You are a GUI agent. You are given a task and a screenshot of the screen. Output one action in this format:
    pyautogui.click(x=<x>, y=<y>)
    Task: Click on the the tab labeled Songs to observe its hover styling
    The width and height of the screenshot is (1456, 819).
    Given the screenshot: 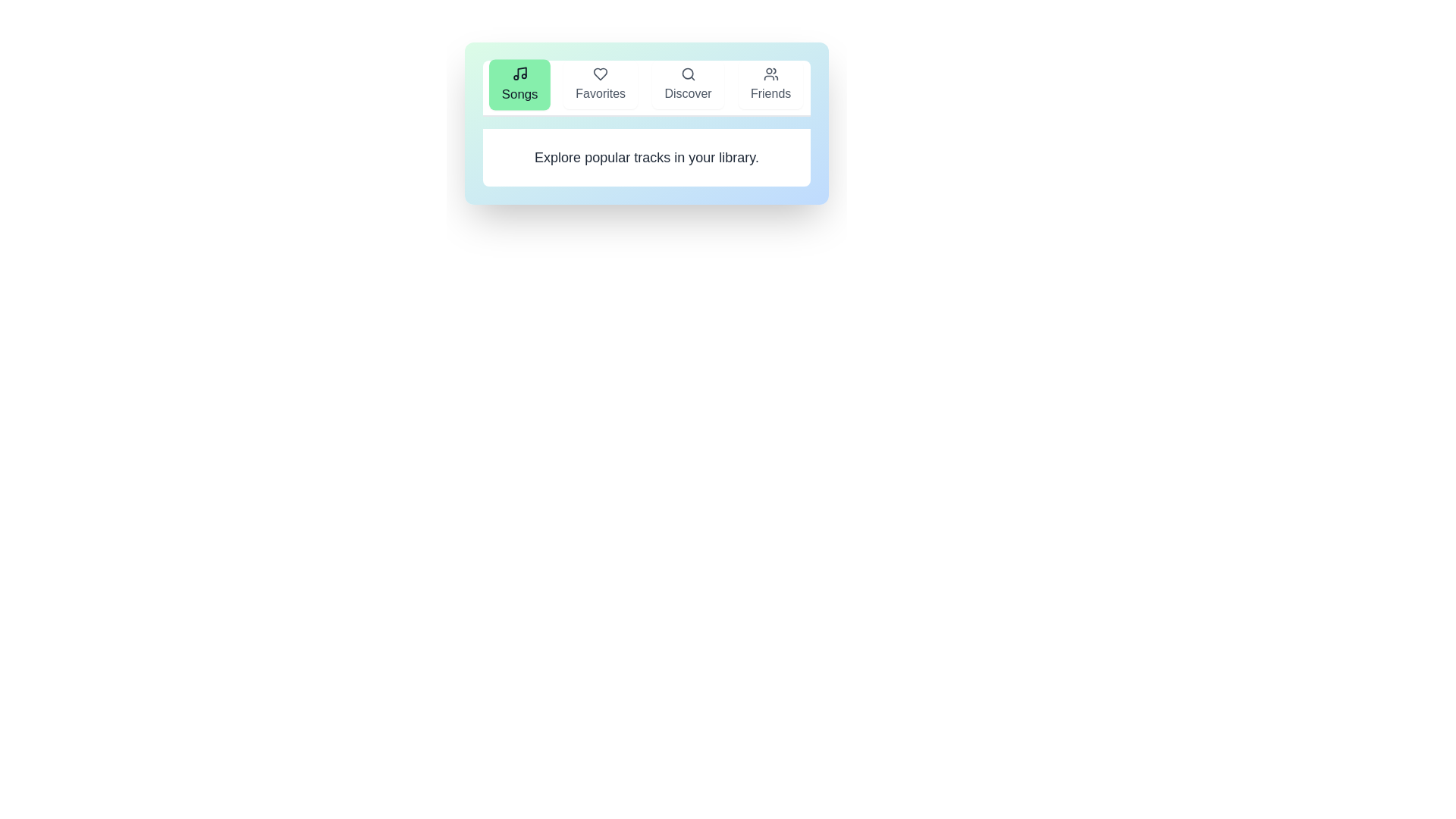 What is the action you would take?
    pyautogui.click(x=519, y=84)
    